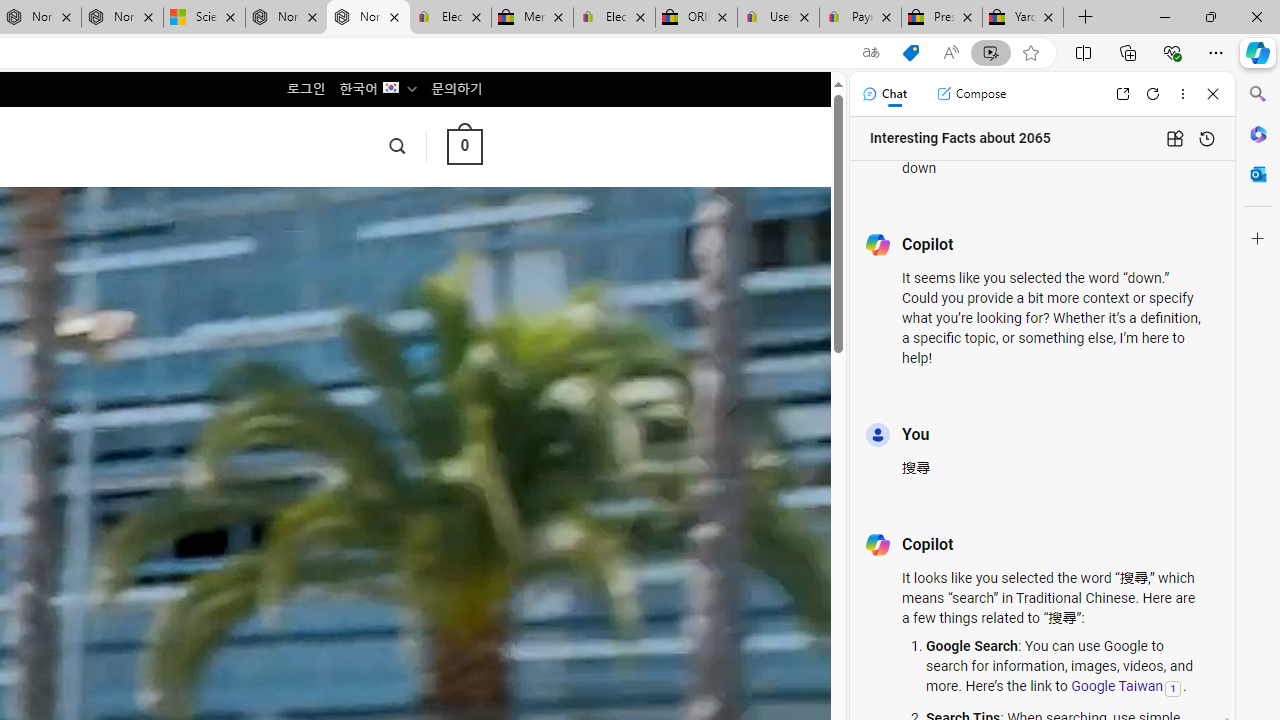 Image resolution: width=1280 pixels, height=720 pixels. Describe the element at coordinates (871, 52) in the screenshot. I see `'Show translate options'` at that location.